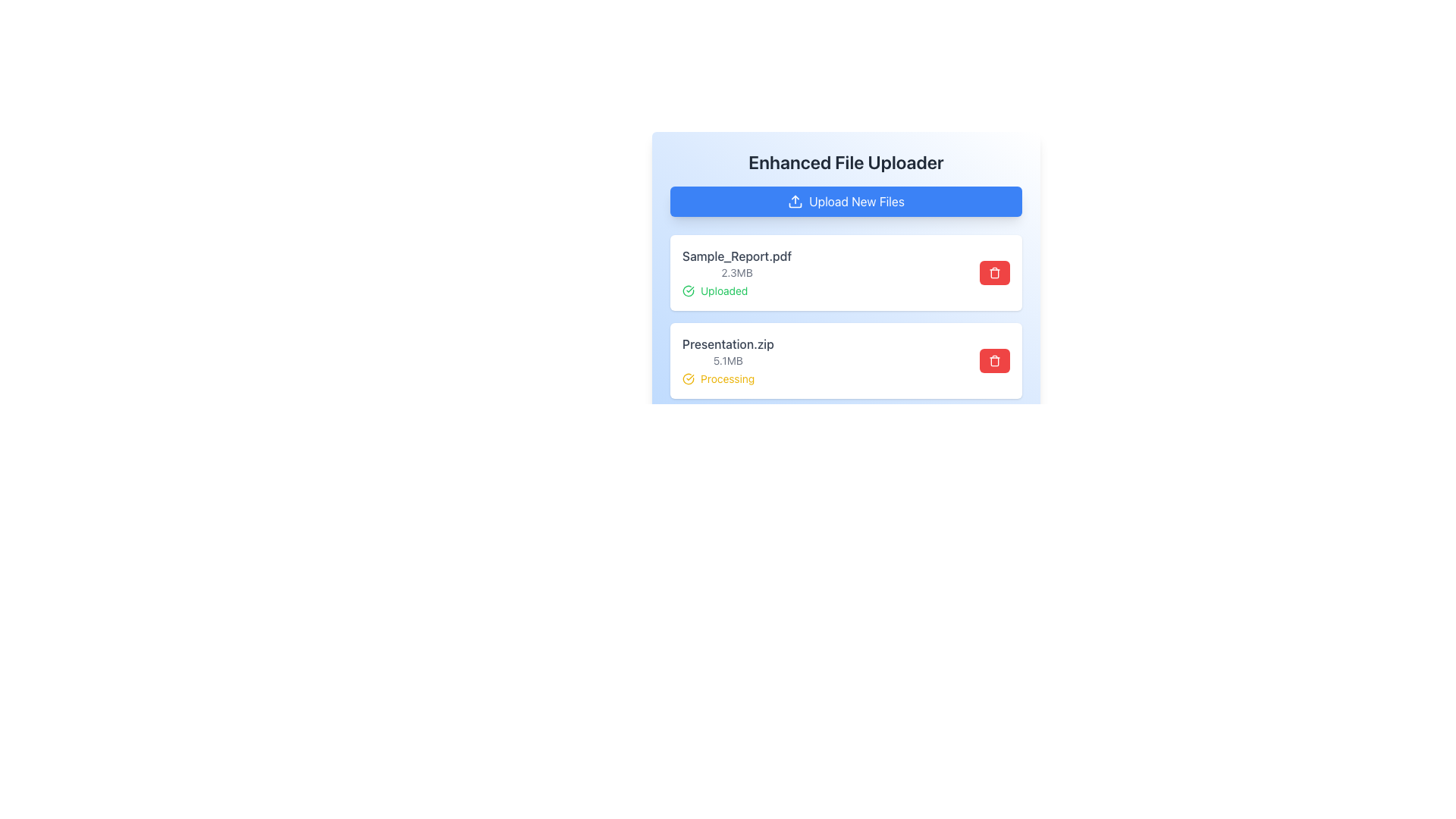 This screenshot has width=1456, height=819. Describe the element at coordinates (846, 201) in the screenshot. I see `the rectangular button with a blue background and white text labeled 'Upload New Files'` at that location.